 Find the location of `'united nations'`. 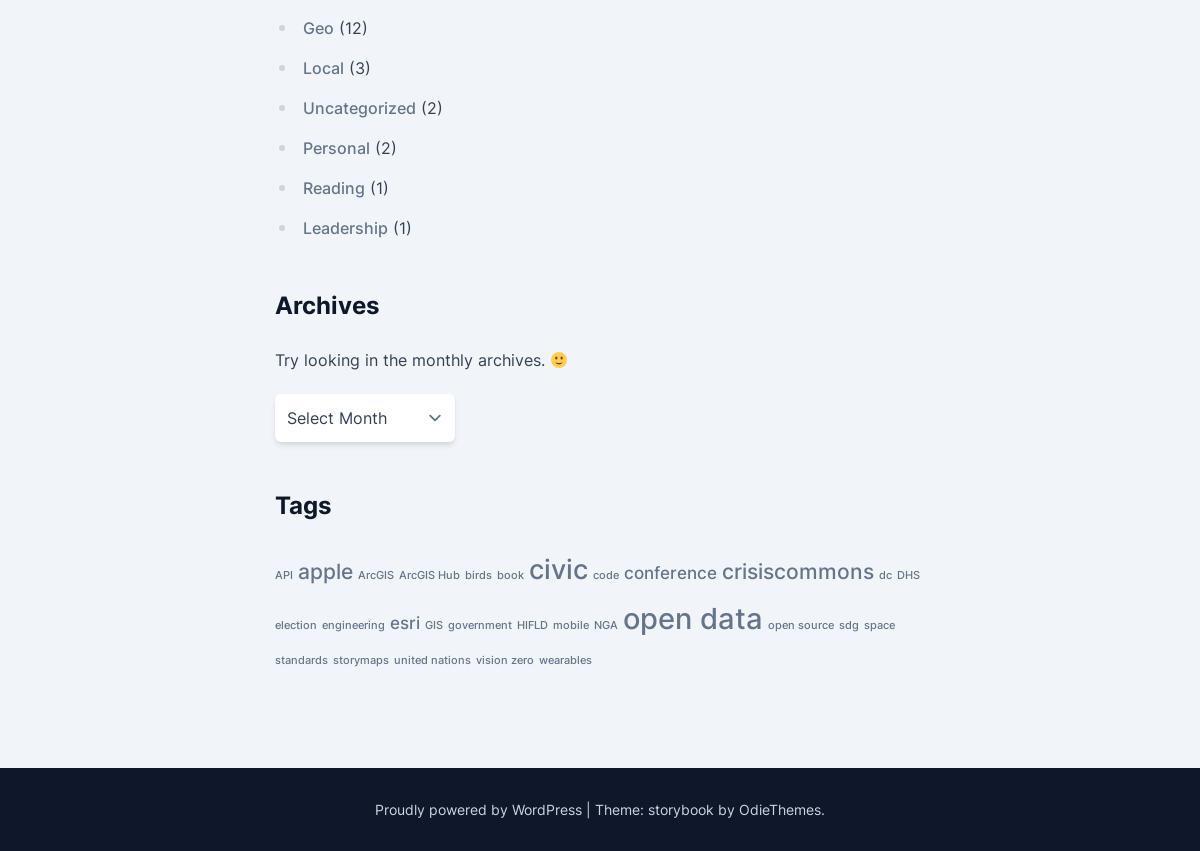

'united nations' is located at coordinates (432, 660).